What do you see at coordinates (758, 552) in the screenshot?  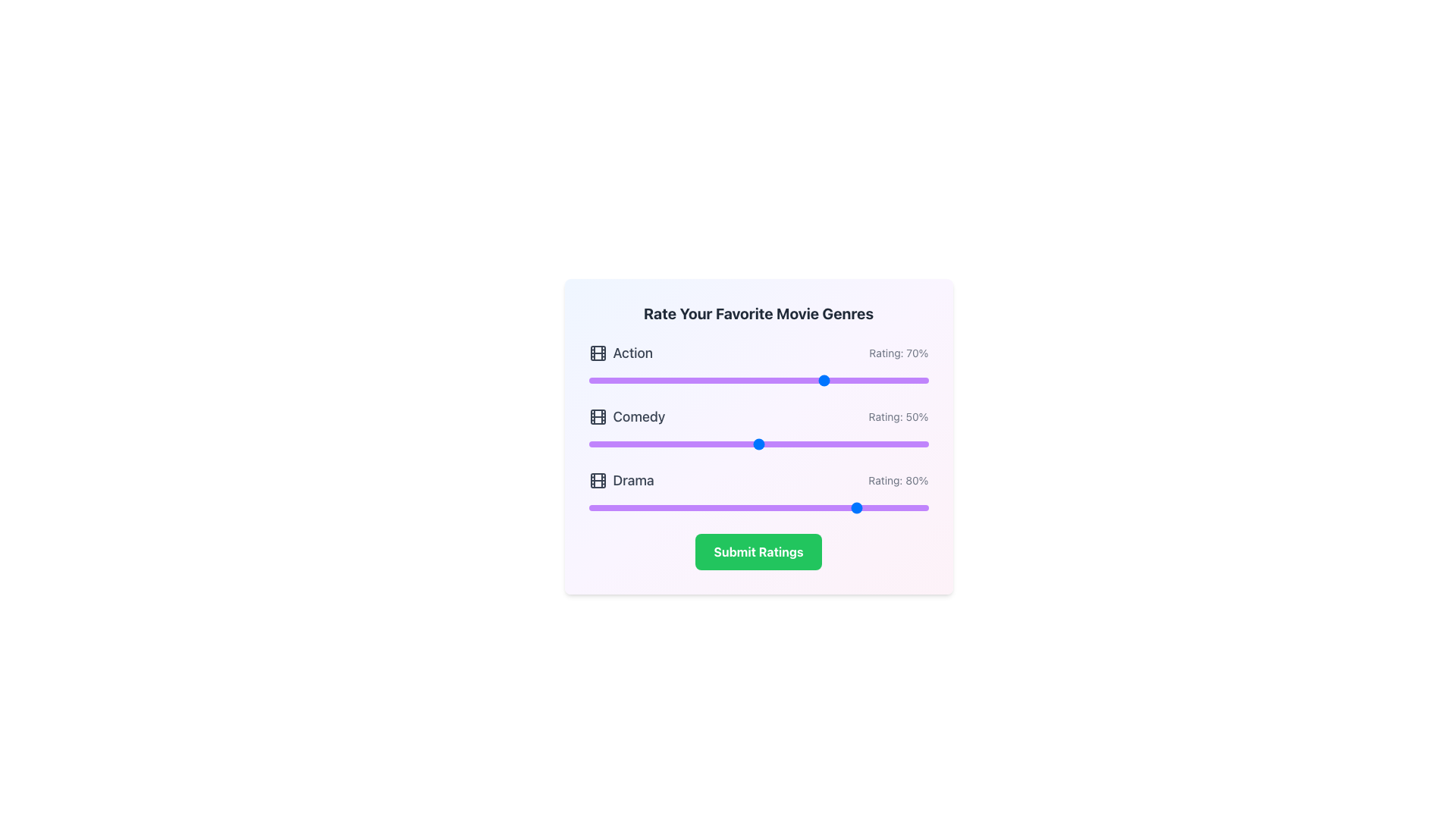 I see `the submit button located at the bottom center of the interface` at bounding box center [758, 552].